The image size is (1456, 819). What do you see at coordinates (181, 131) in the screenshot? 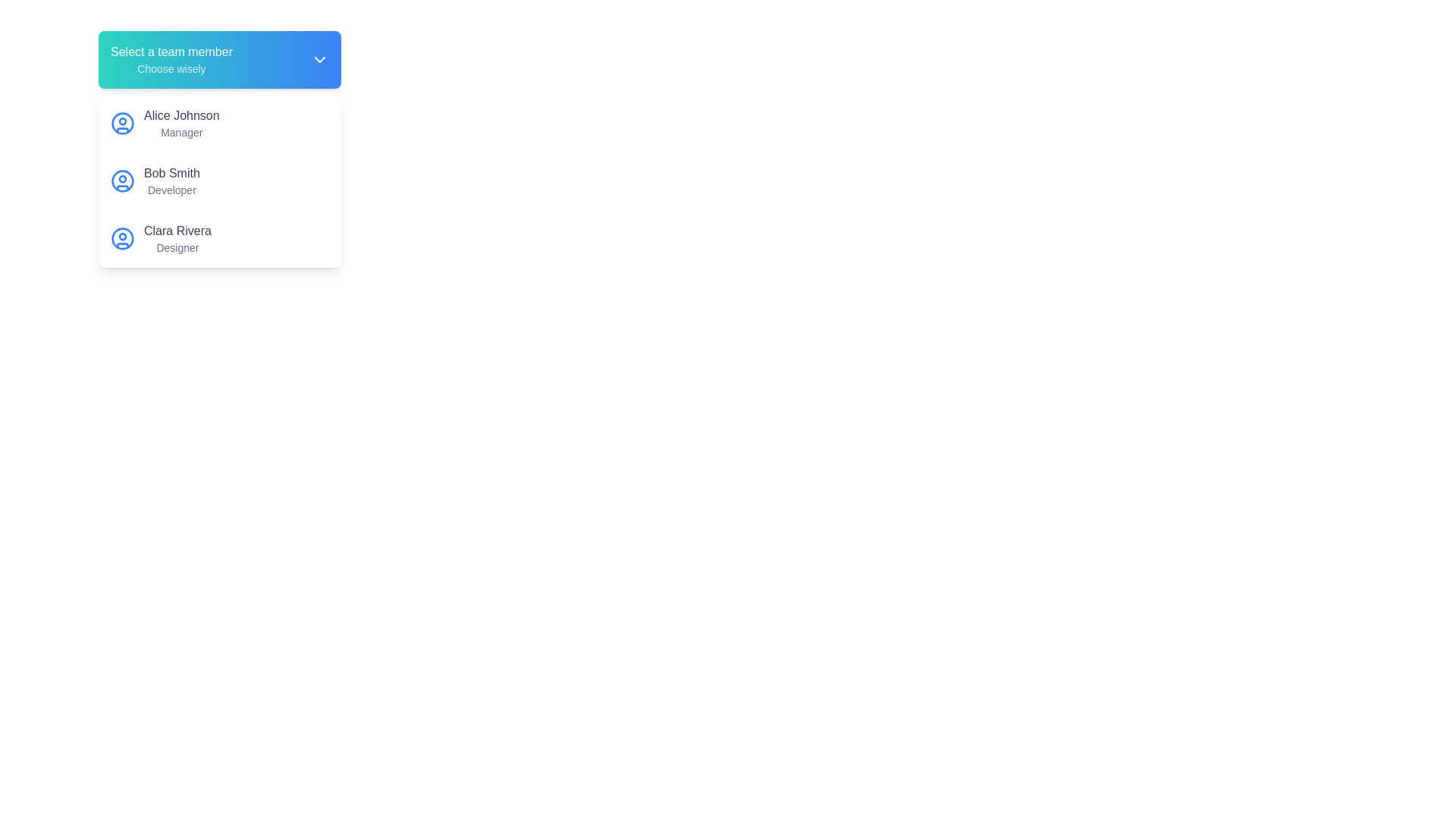
I see `role label 'Manager' located directly below the name 'Alice Johnson' in the dropdown list, which is the first entry in the dropdown` at bounding box center [181, 131].